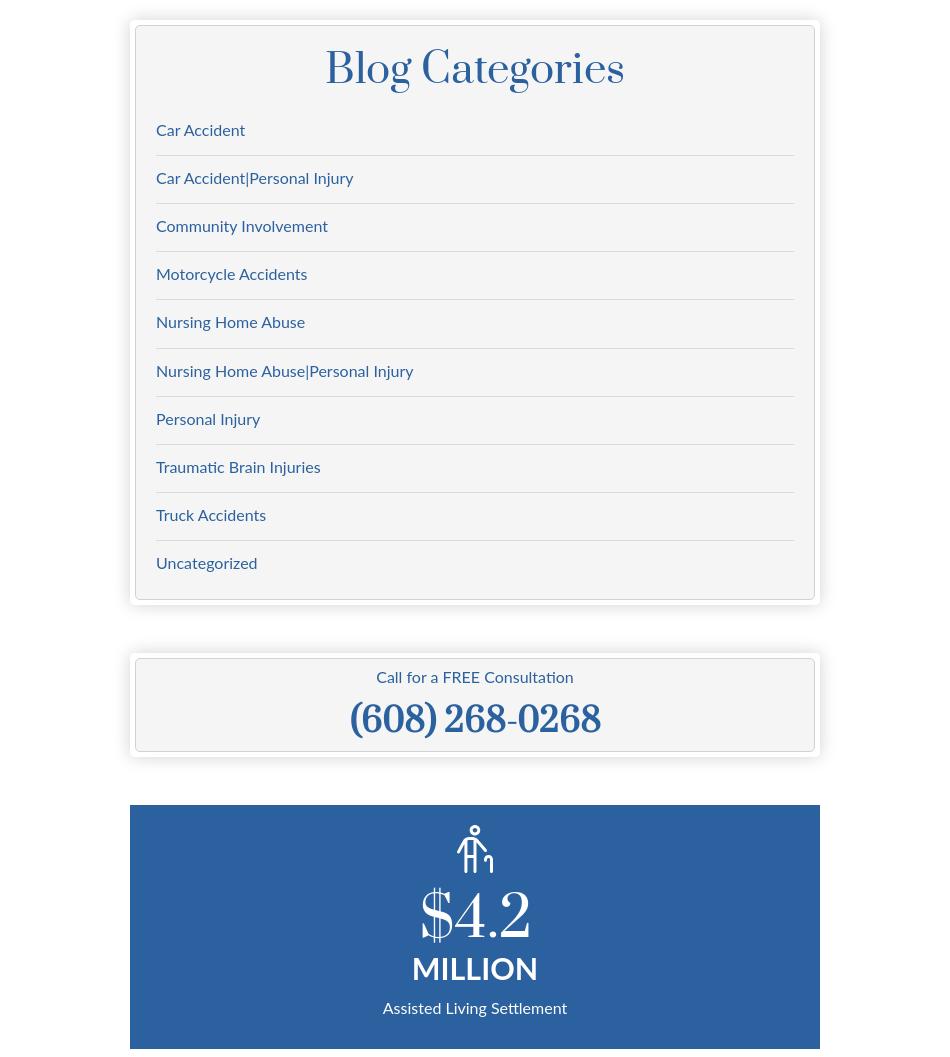 The width and height of the screenshot is (950, 1057). What do you see at coordinates (473, 920) in the screenshot?
I see `'$4.2'` at bounding box center [473, 920].